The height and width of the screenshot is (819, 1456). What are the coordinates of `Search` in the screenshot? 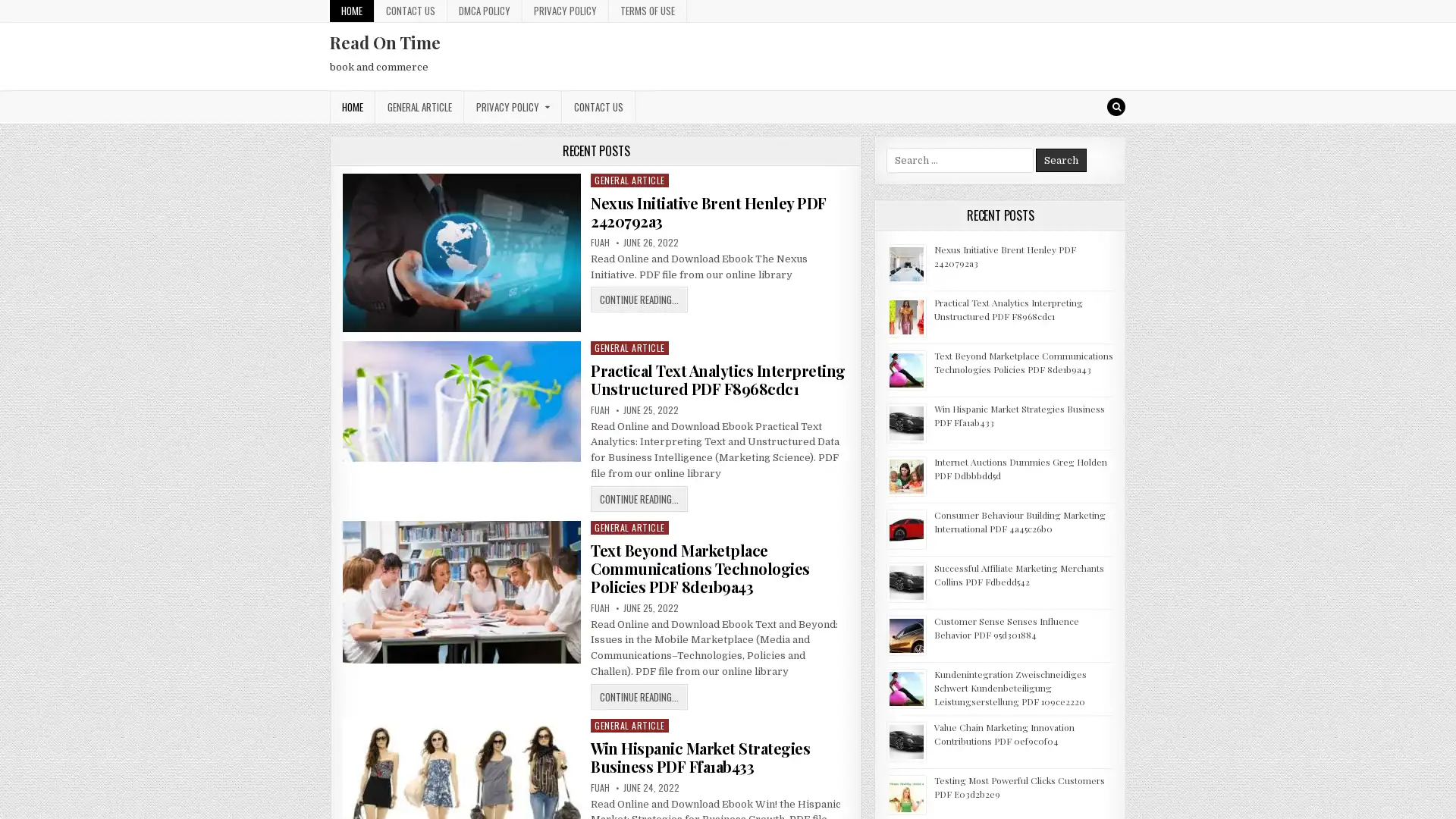 It's located at (1060, 160).